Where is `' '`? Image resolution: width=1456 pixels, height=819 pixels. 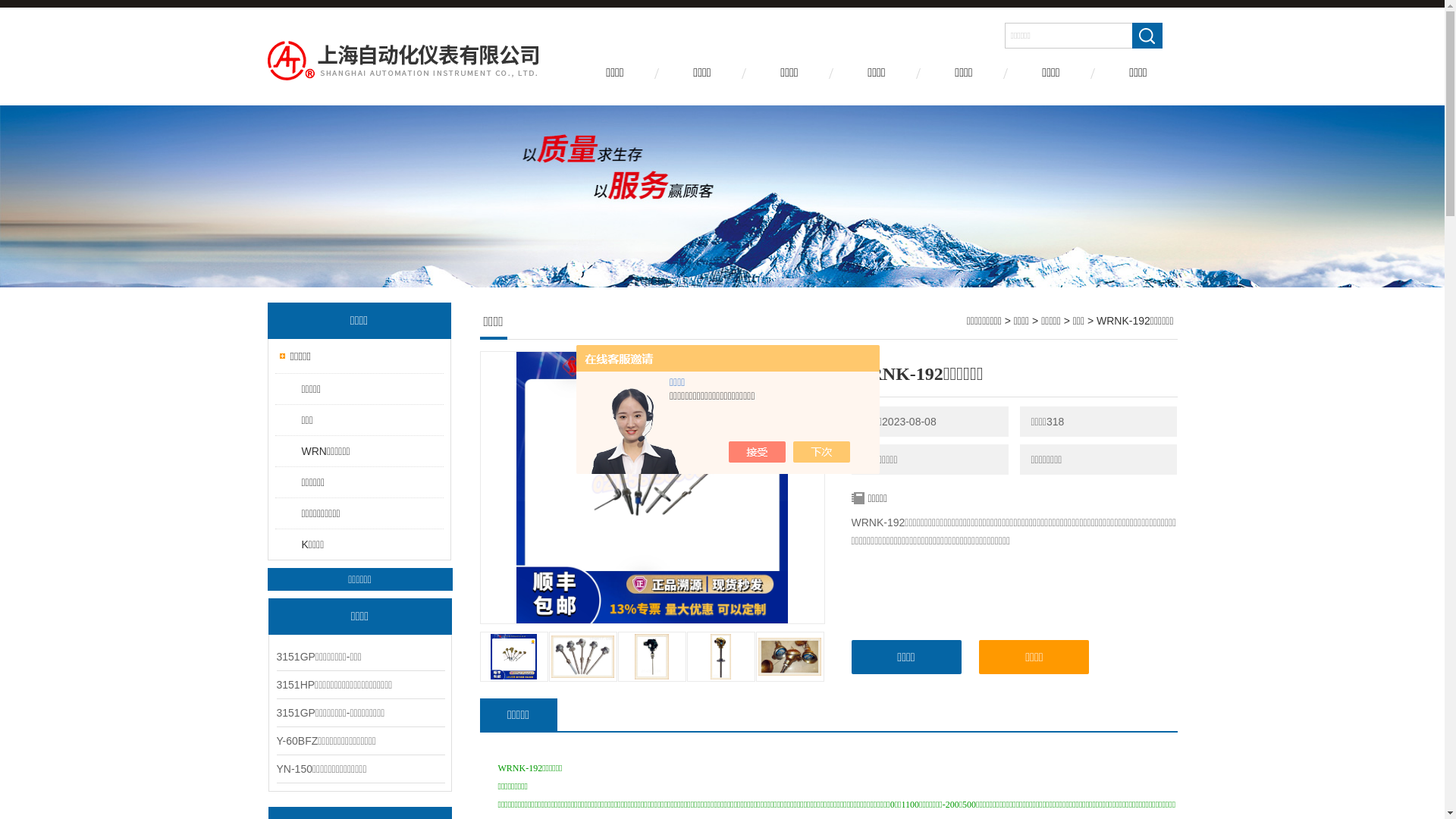
' ' is located at coordinates (1147, 34).